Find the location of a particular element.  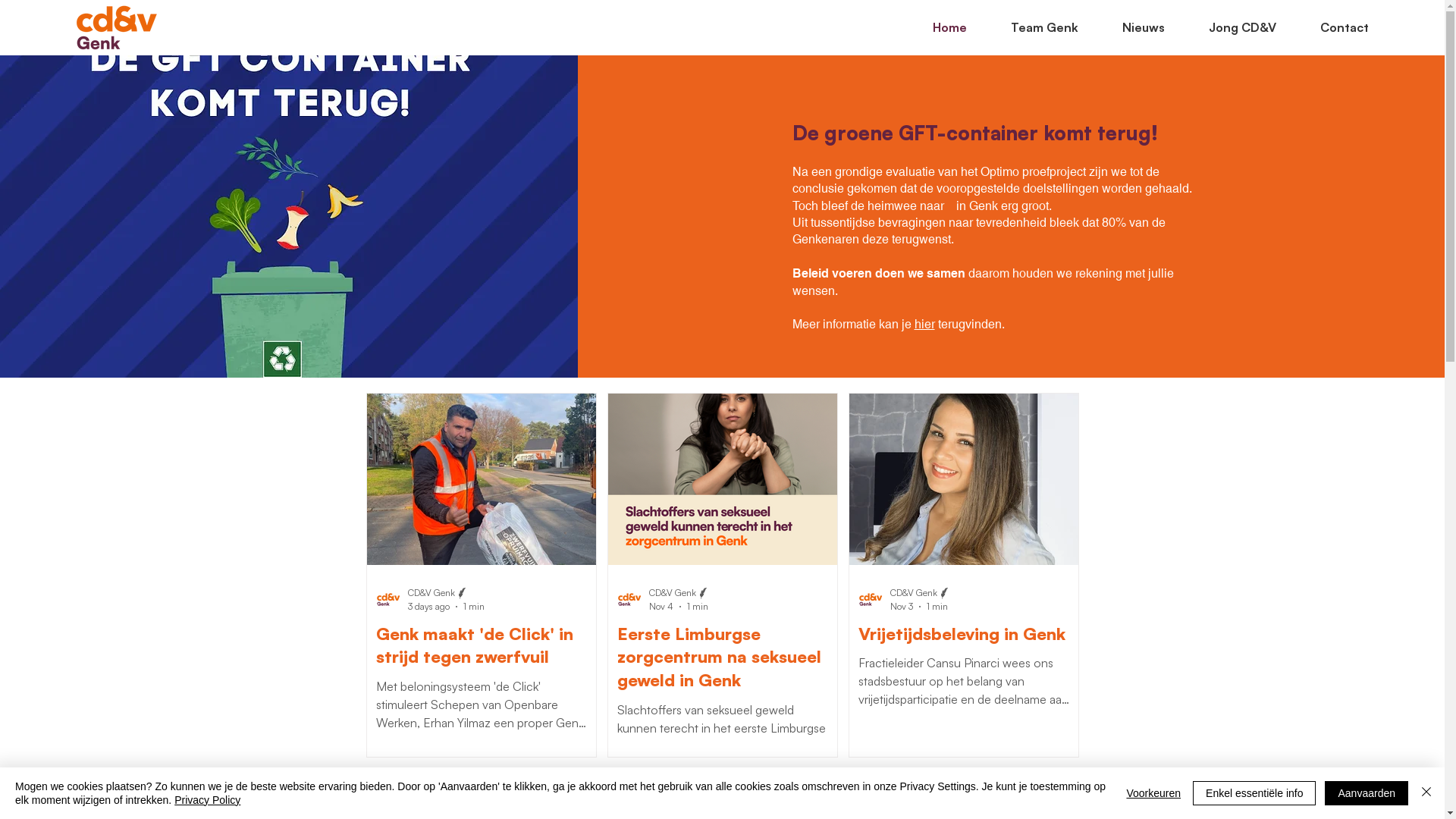

'Eerste Limburgse zorgcentrum na seksueel geweld in Genk' is located at coordinates (617, 657).